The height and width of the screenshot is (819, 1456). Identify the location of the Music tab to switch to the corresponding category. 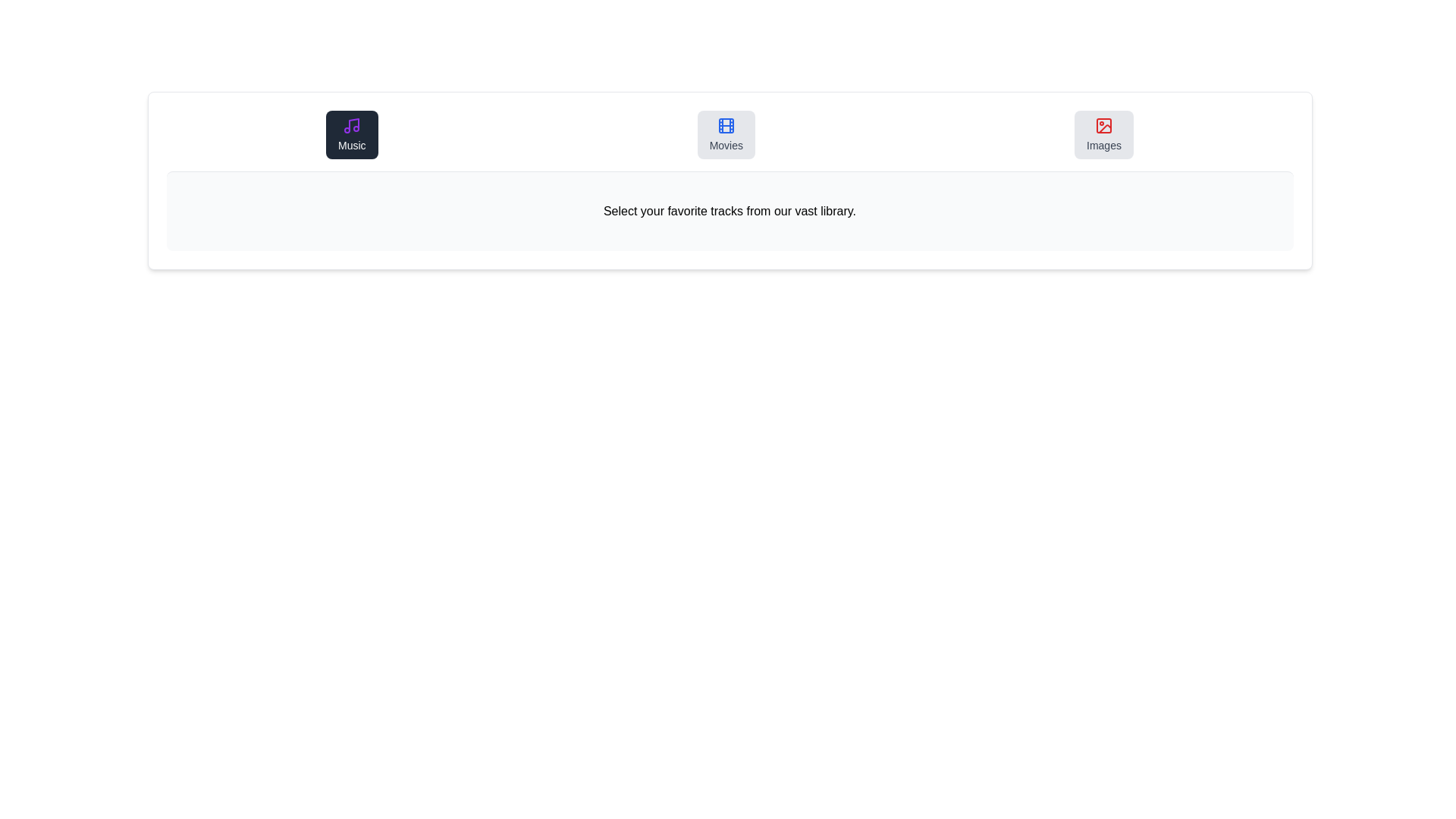
(351, 133).